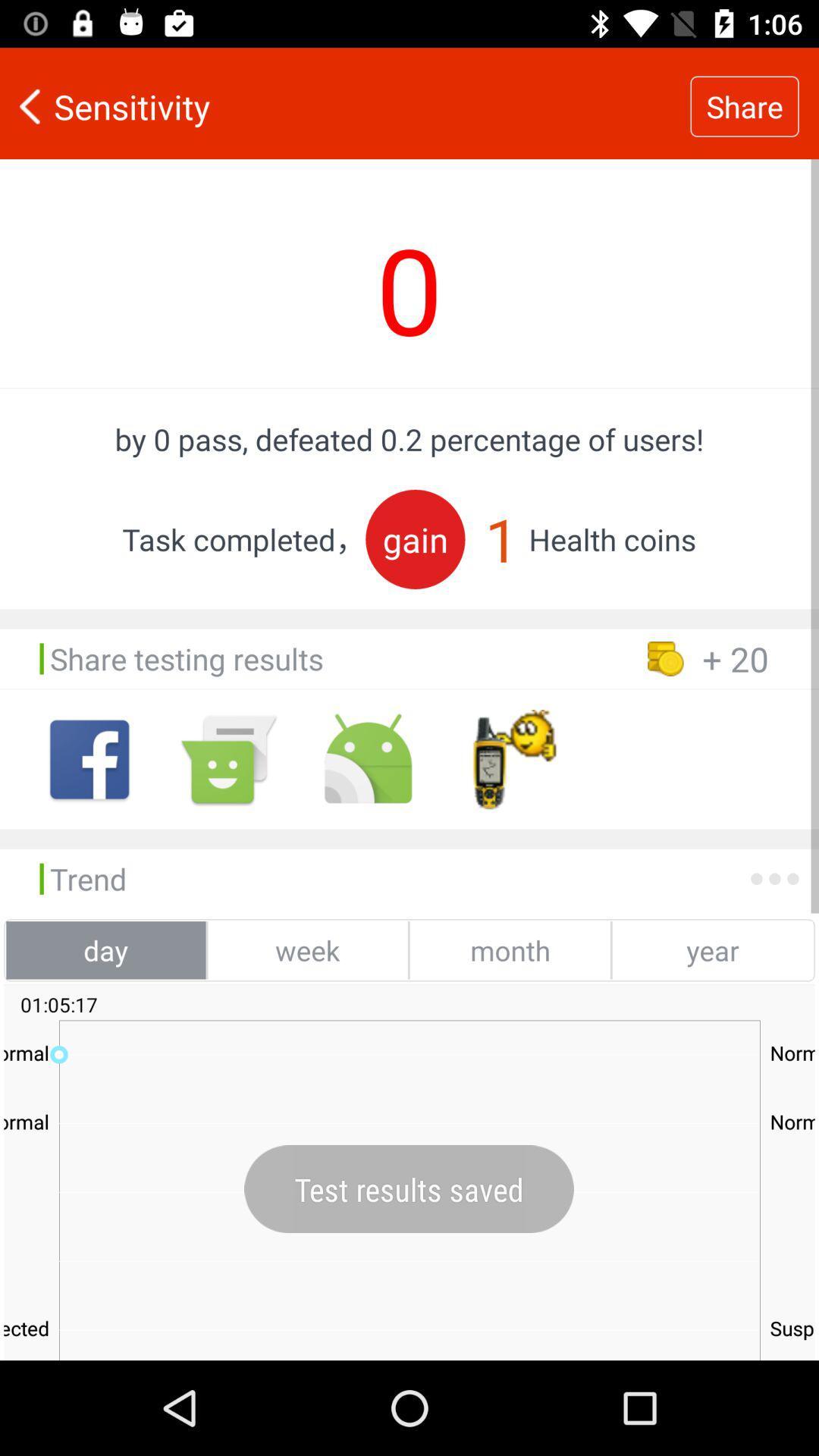 This screenshot has height=1456, width=819. I want to click on choode the red color circle, so click(415, 539).